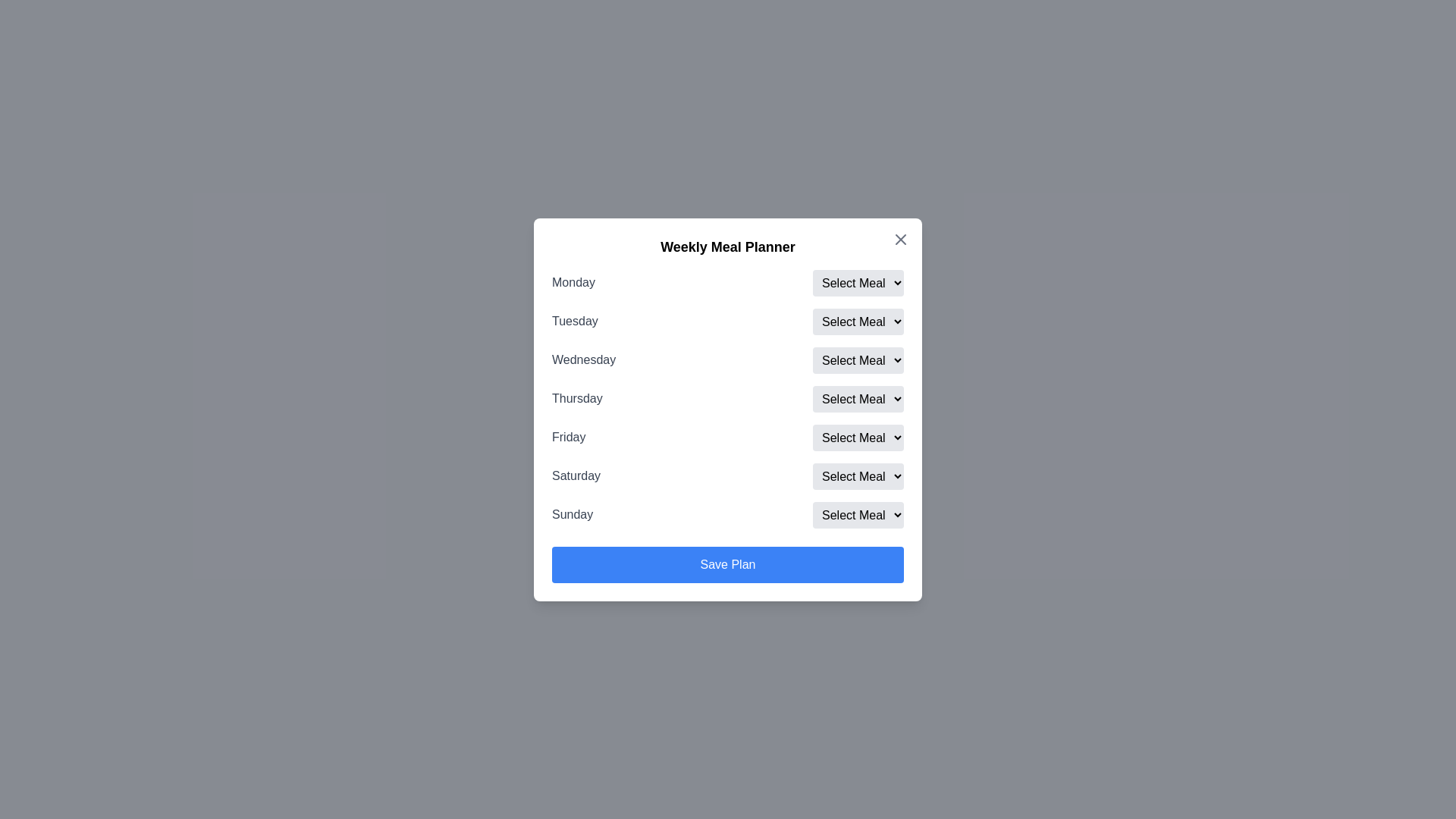 The width and height of the screenshot is (1456, 819). What do you see at coordinates (728, 409) in the screenshot?
I see `the background overlay to close the dialog box` at bounding box center [728, 409].